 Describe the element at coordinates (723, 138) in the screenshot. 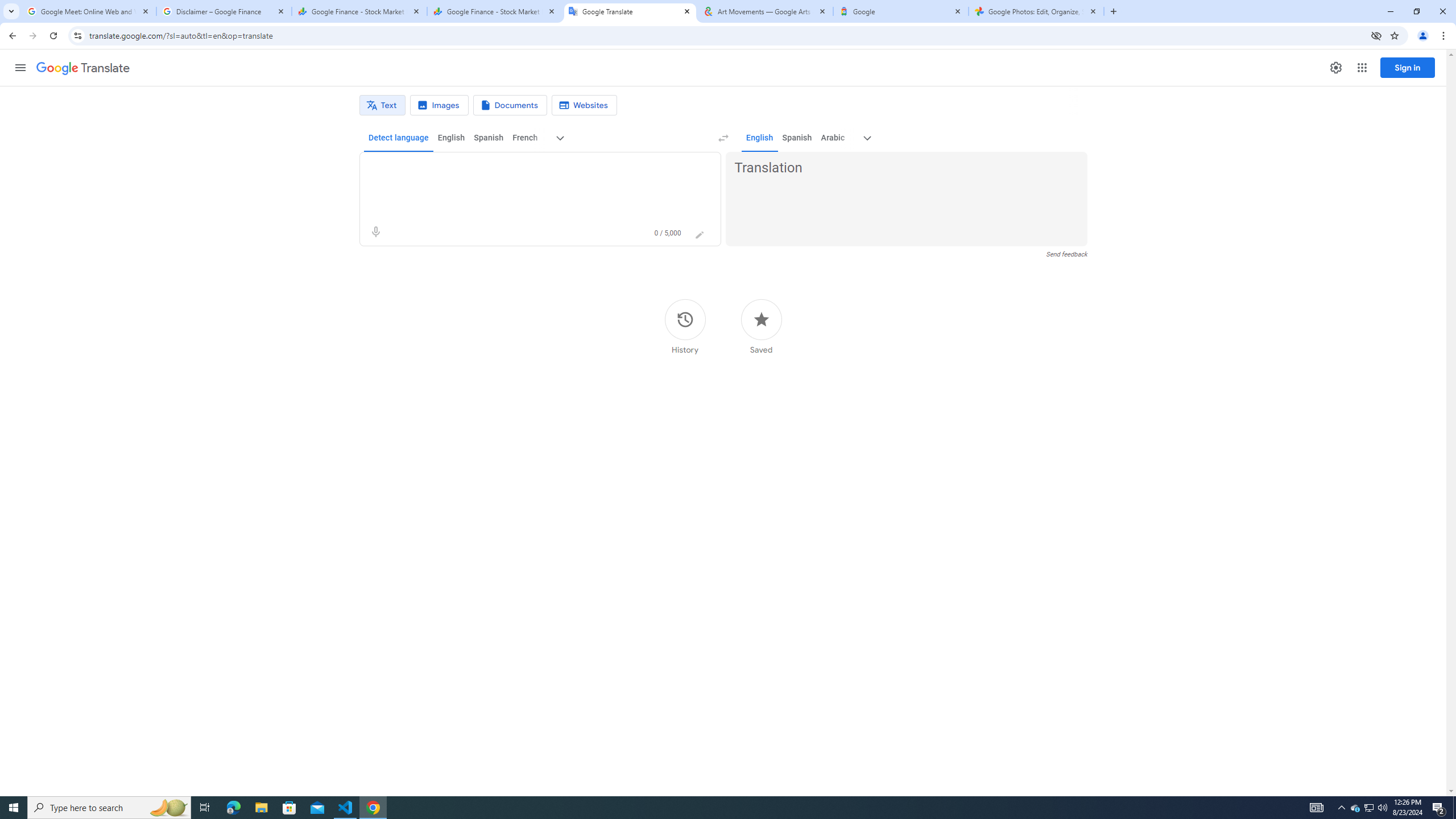

I see `'Swap languages (Ctrl+Shift+S)'` at that location.